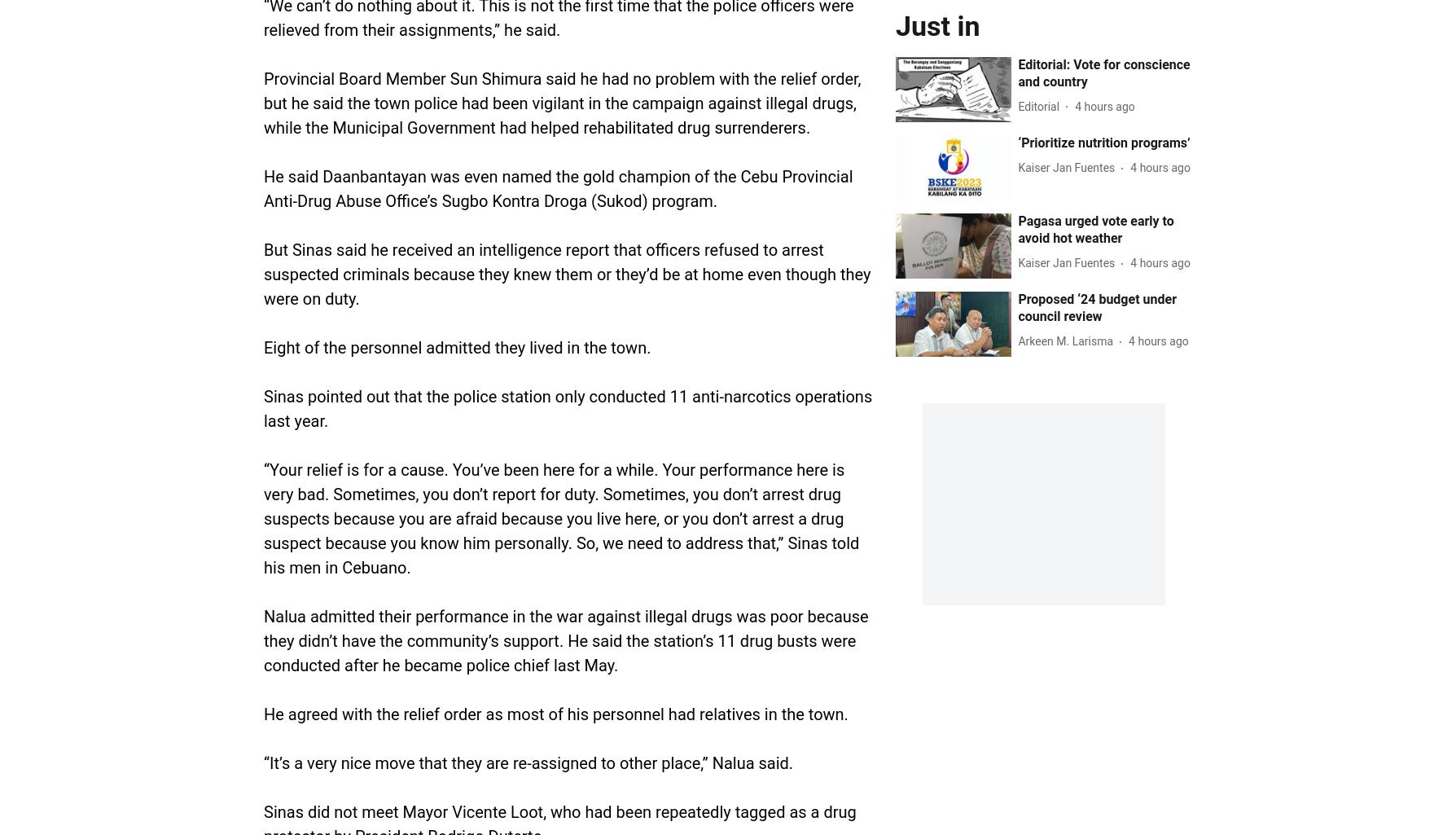  What do you see at coordinates (262, 103) in the screenshot?
I see `'Provincial Board Member Sun Shimura said he had no problem with the relief order, but he said the town police had been vigilant in the campaign against illegal drugs, while the Municipal Government had helped rehabilitated drug surrenderers.'` at bounding box center [262, 103].